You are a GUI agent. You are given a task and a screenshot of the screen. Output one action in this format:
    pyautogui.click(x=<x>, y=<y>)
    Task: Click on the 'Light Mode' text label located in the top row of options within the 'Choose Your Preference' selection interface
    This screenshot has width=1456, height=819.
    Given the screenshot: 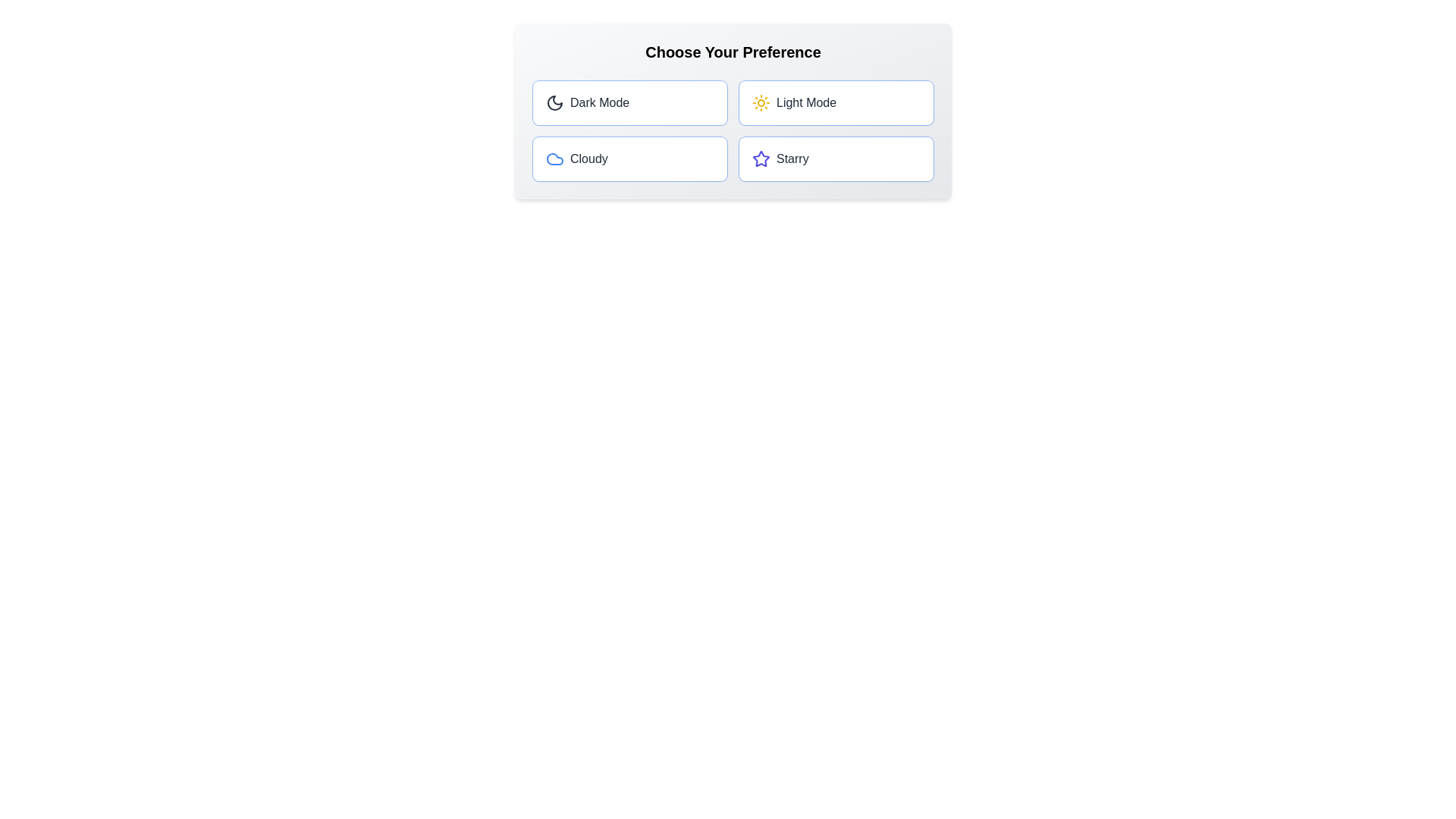 What is the action you would take?
    pyautogui.click(x=805, y=102)
    